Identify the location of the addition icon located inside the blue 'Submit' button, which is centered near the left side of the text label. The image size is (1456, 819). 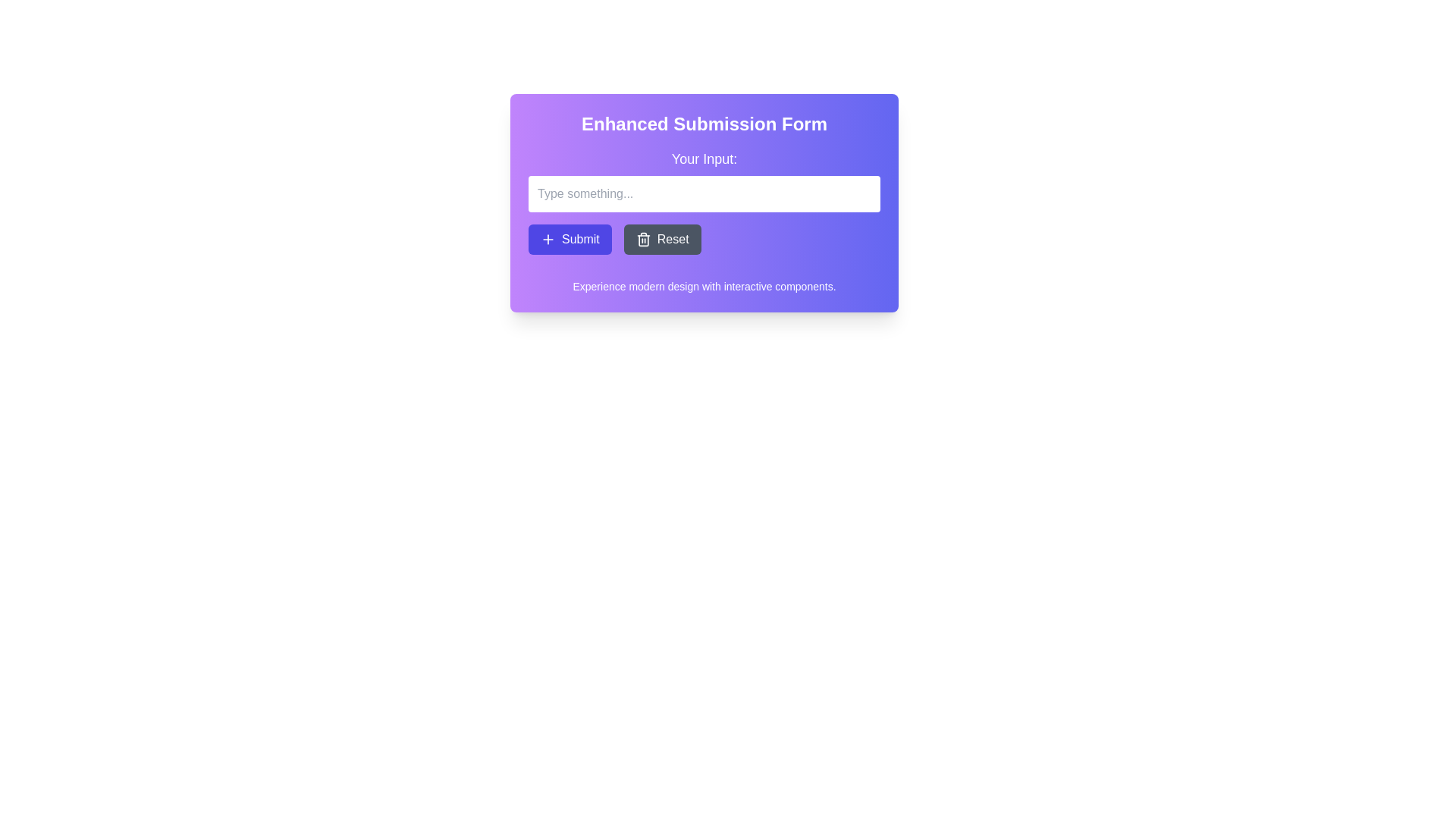
(548, 239).